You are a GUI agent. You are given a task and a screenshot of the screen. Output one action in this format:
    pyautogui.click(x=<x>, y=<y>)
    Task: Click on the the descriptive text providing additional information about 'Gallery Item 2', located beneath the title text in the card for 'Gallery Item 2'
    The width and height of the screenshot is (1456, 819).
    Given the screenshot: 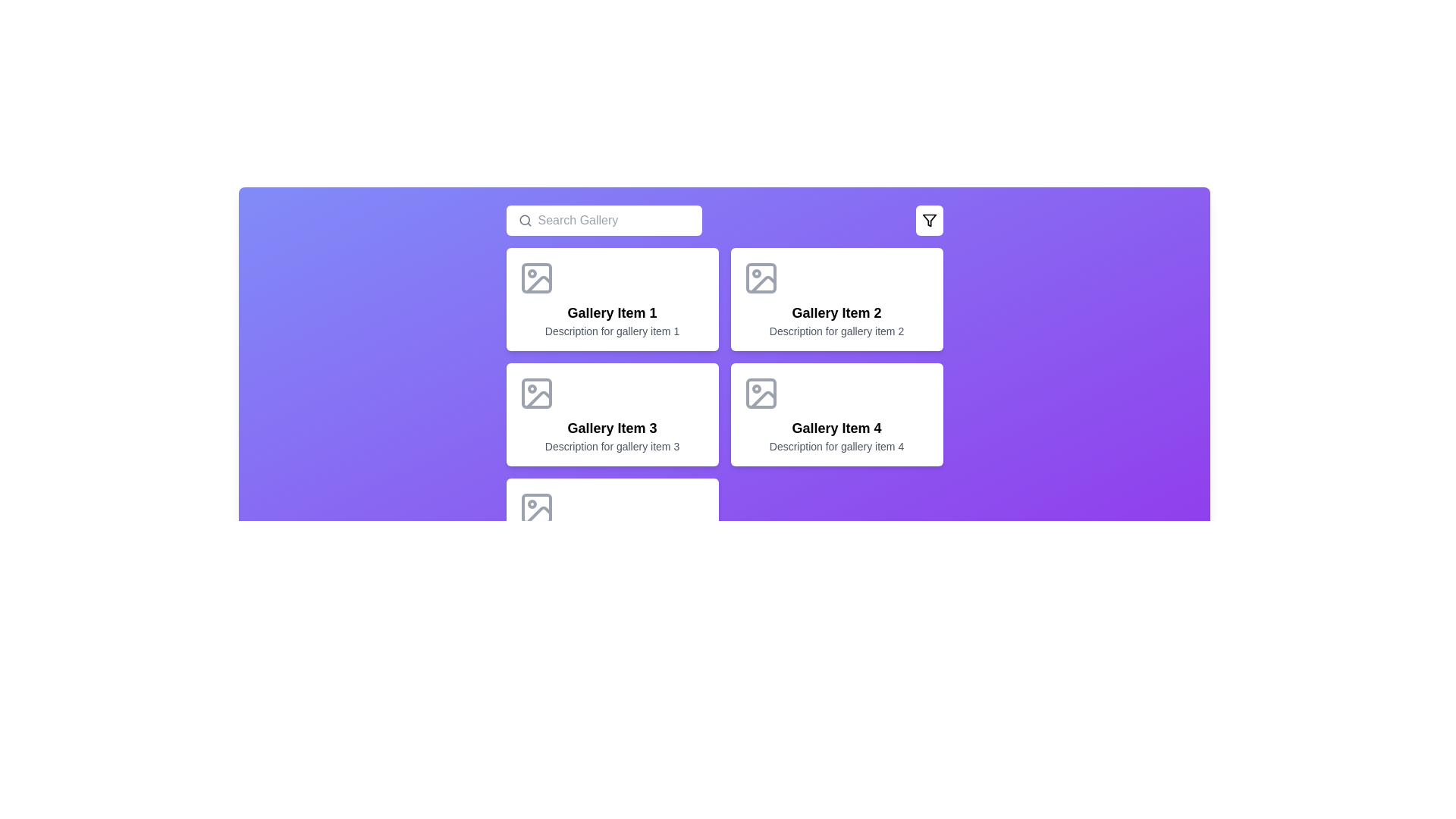 What is the action you would take?
    pyautogui.click(x=836, y=330)
    